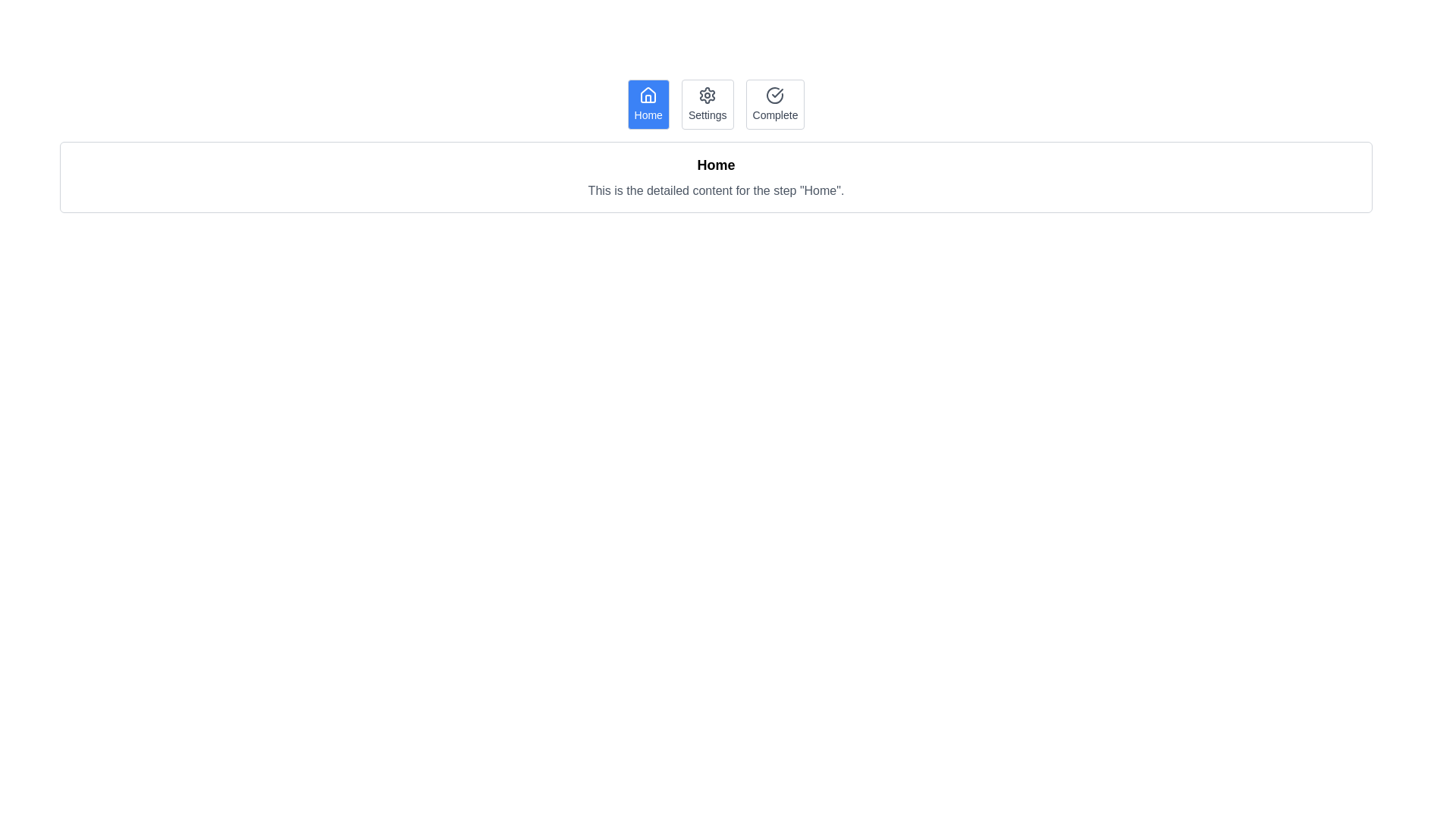 This screenshot has width=1456, height=819. What do you see at coordinates (775, 104) in the screenshot?
I see `the 'Complete' button, which is a rectangular button with a white background and a checkmark icon, located to the right of the 'Settings' button and the far right of the 'Home' button` at bounding box center [775, 104].